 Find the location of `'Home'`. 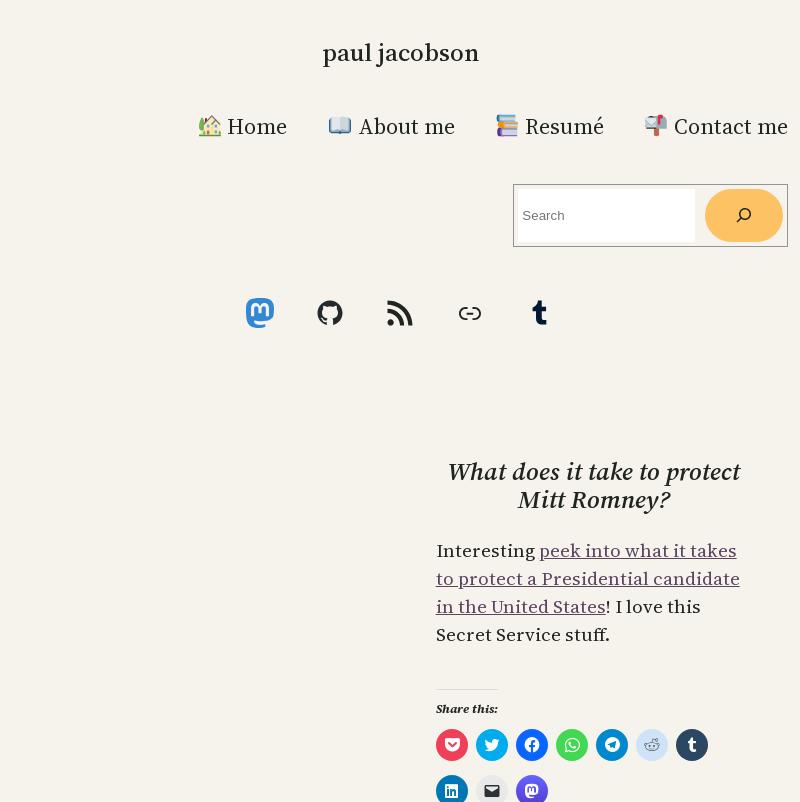

'Home' is located at coordinates (222, 124).